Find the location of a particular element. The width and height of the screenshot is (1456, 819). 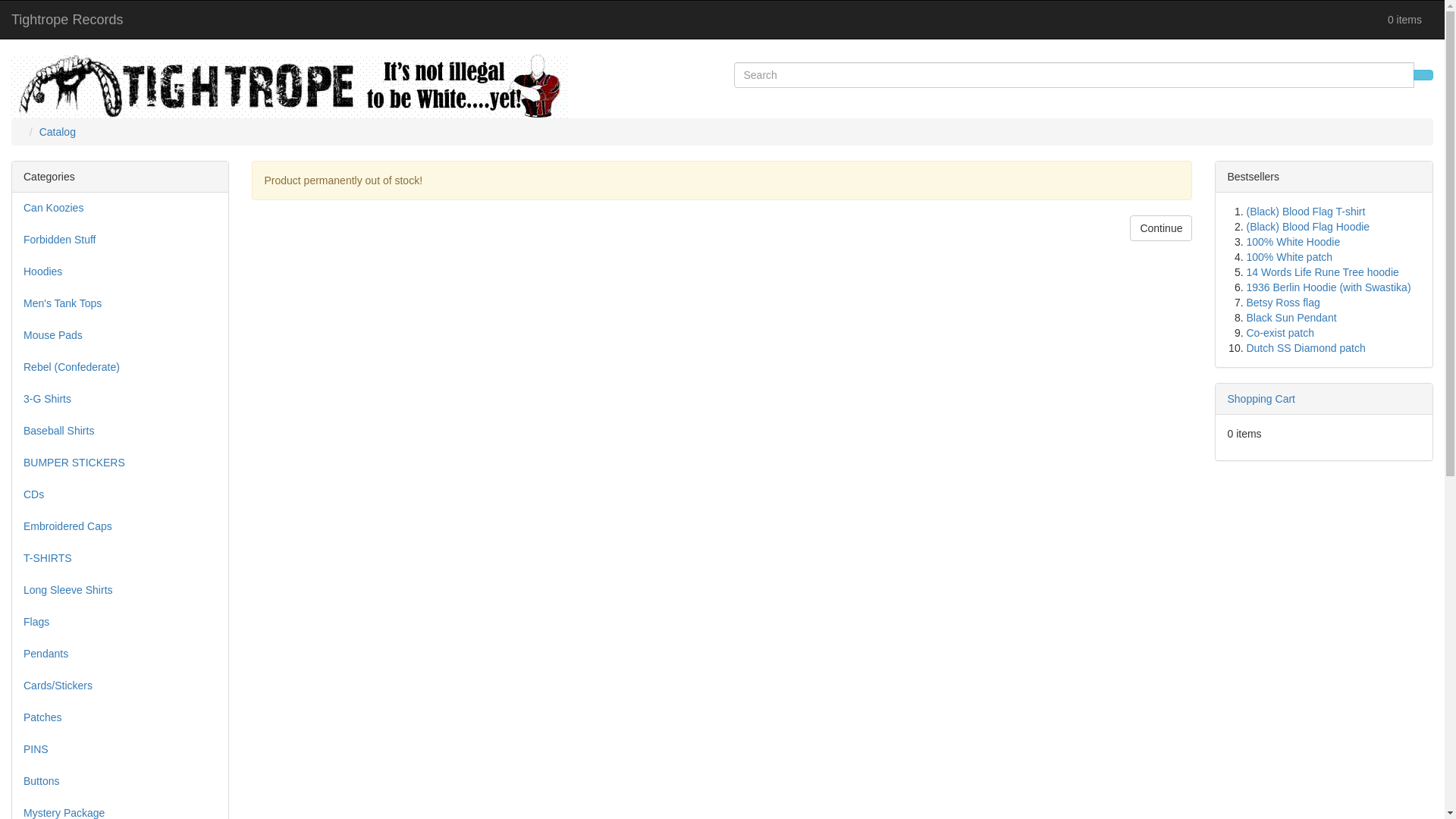

'Cards/Stickers' is located at coordinates (119, 685).